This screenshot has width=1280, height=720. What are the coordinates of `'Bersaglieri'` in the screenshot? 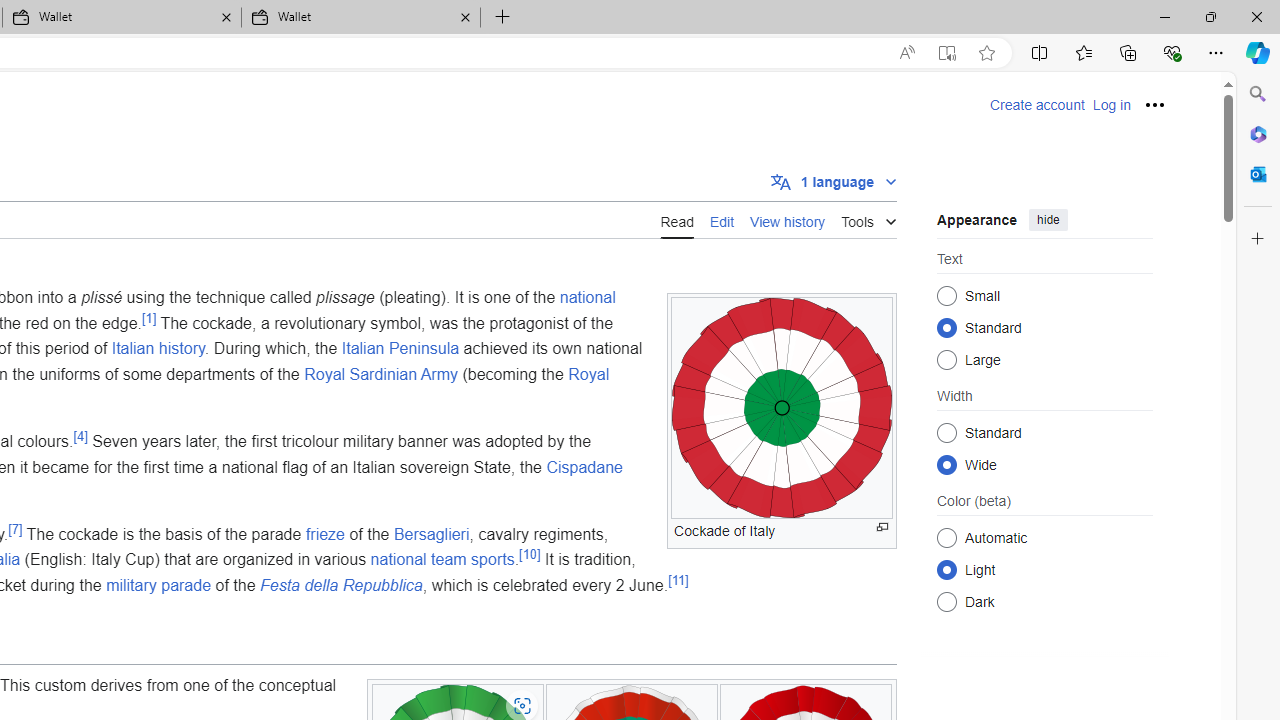 It's located at (430, 532).